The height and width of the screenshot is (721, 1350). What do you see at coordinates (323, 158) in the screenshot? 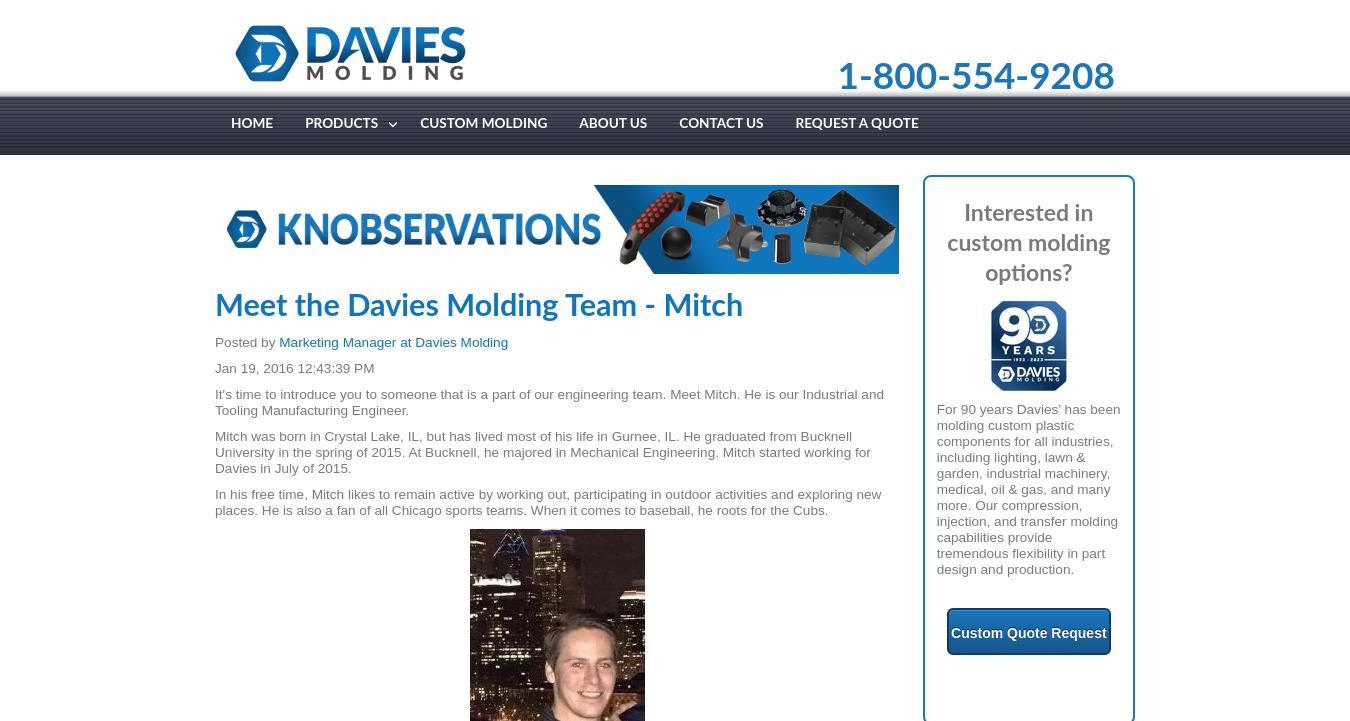
I see `'Knobs'` at bounding box center [323, 158].